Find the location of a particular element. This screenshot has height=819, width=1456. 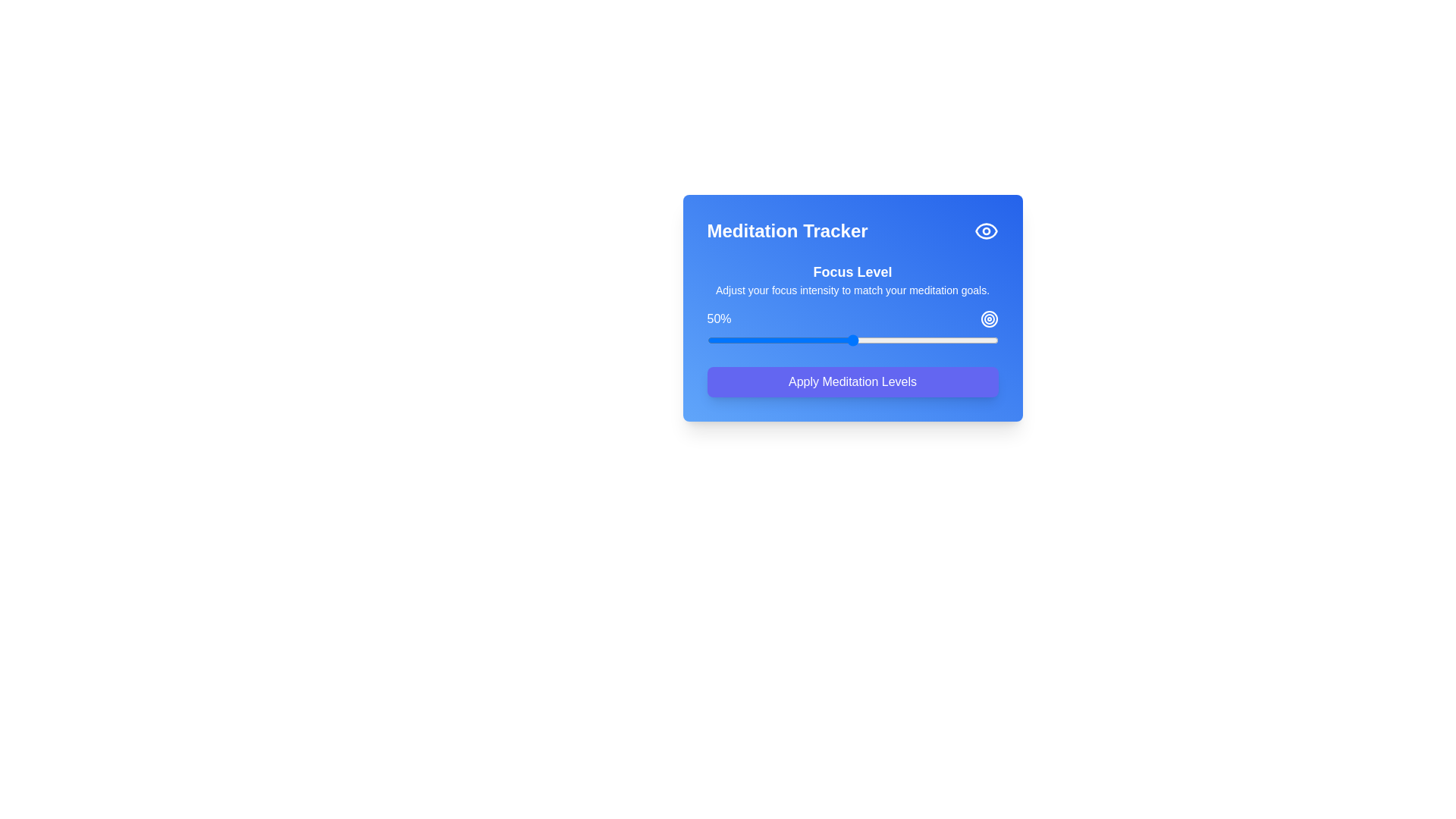

text of the 'Meditation Tracker' heading, which is styled in bold and large font and positioned next to an eye-shaped icon on a blue gradient background is located at coordinates (852, 231).